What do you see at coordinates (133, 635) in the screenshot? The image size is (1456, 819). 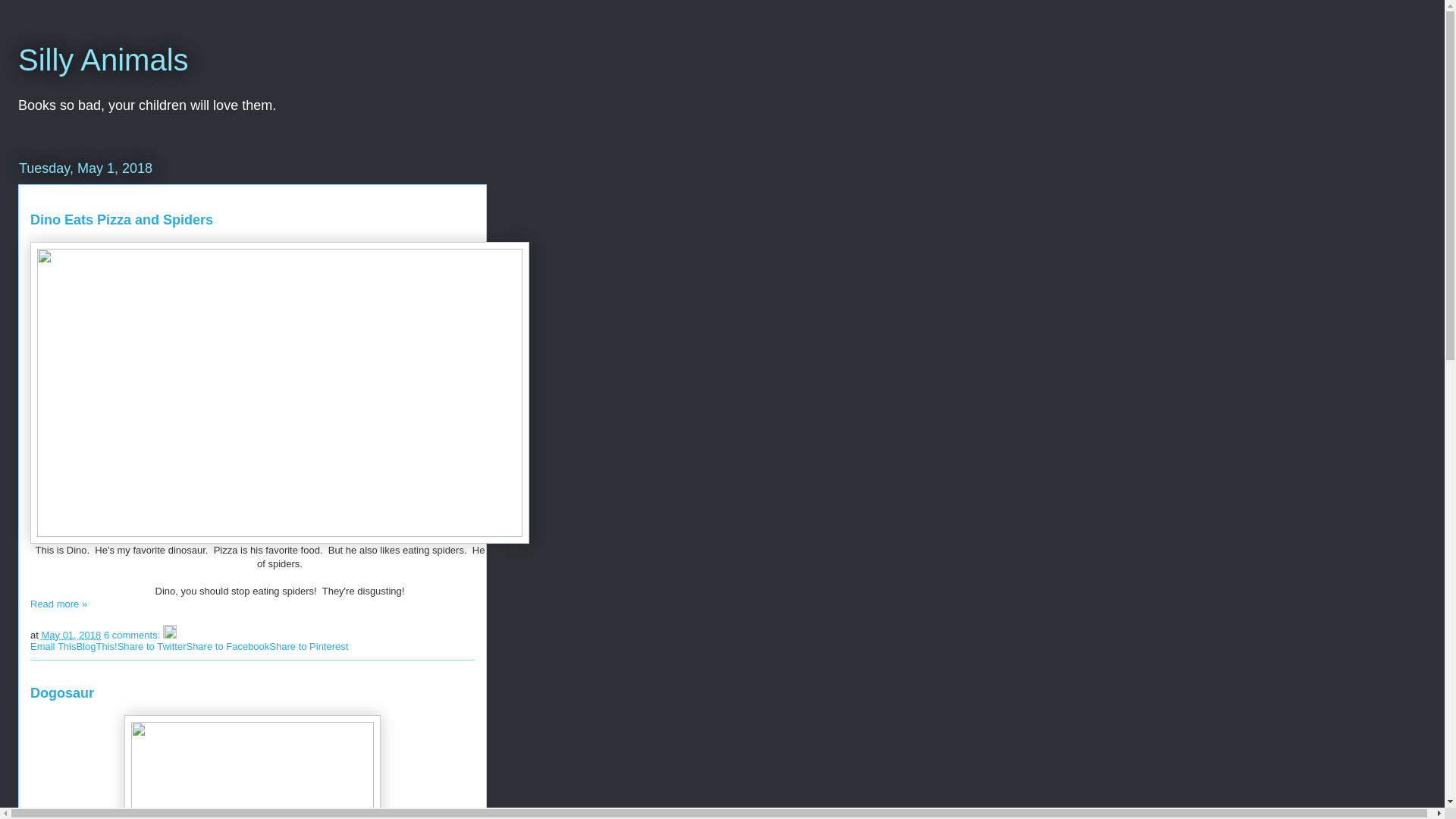 I see `'6 comments:'` at bounding box center [133, 635].